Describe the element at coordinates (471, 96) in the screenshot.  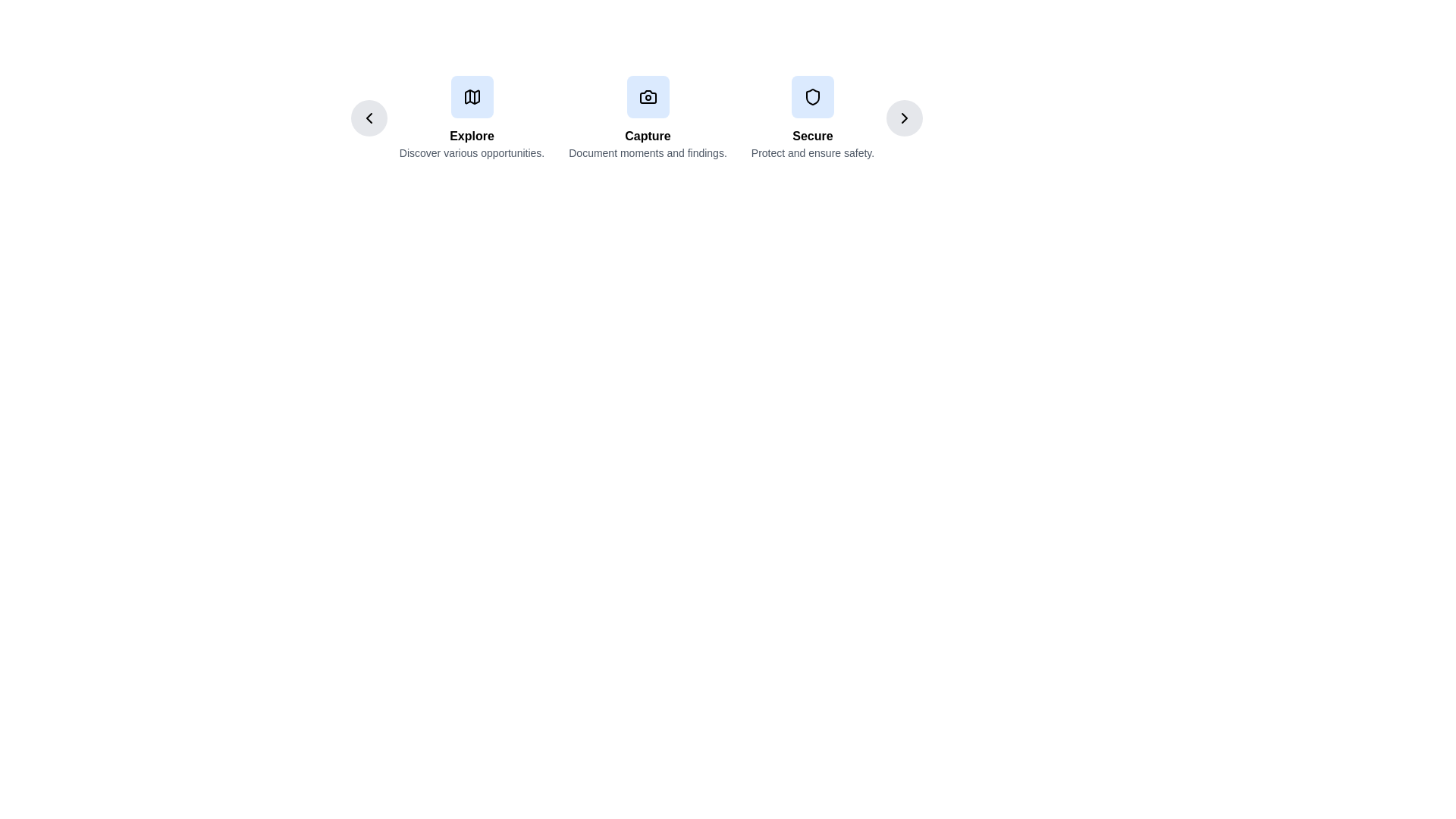
I see `the 'Explore' icon, which is a map illustration icon styled in a soft blue rounded square background` at that location.